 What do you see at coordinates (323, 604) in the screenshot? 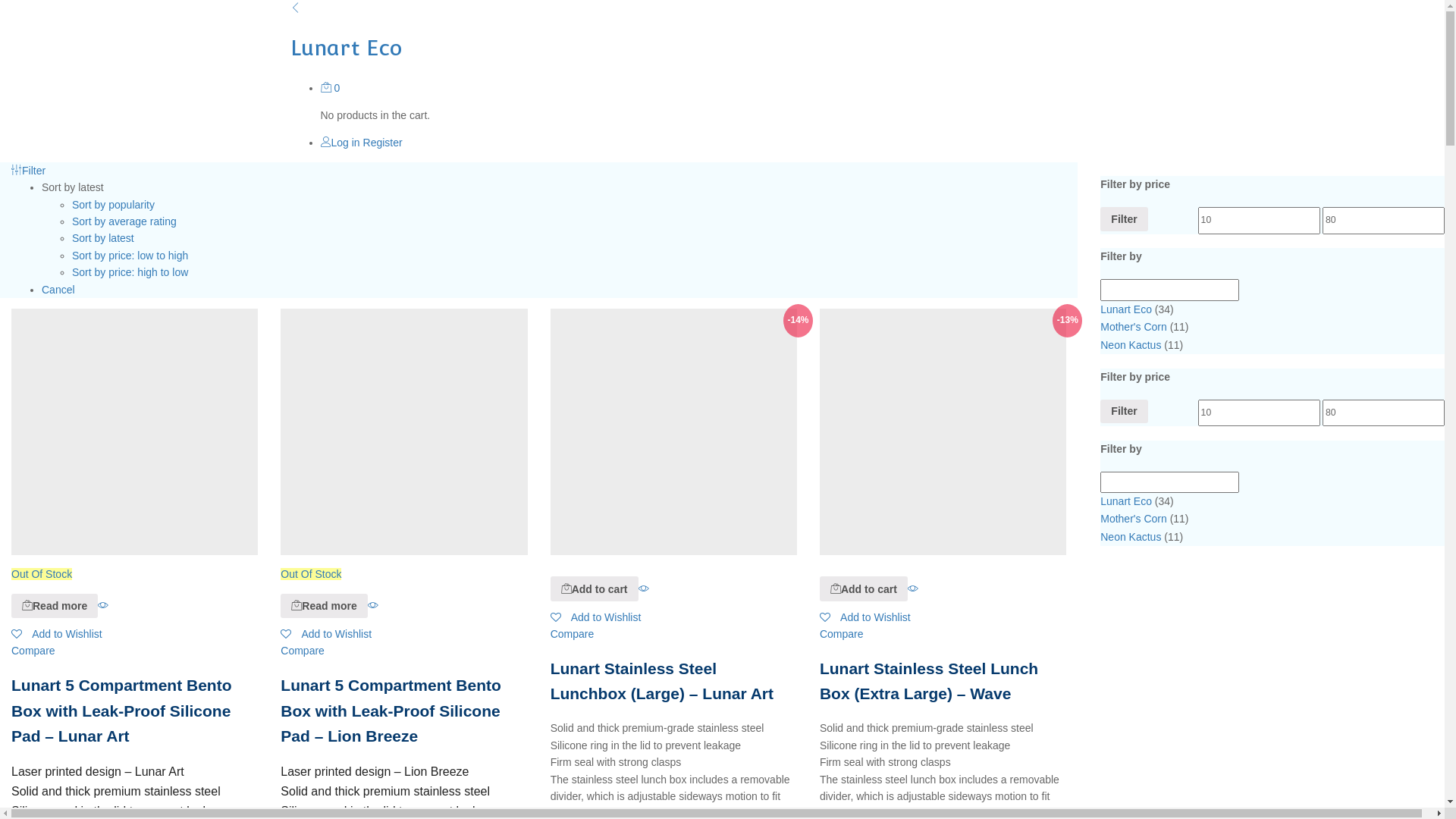
I see `'Read more'` at bounding box center [323, 604].